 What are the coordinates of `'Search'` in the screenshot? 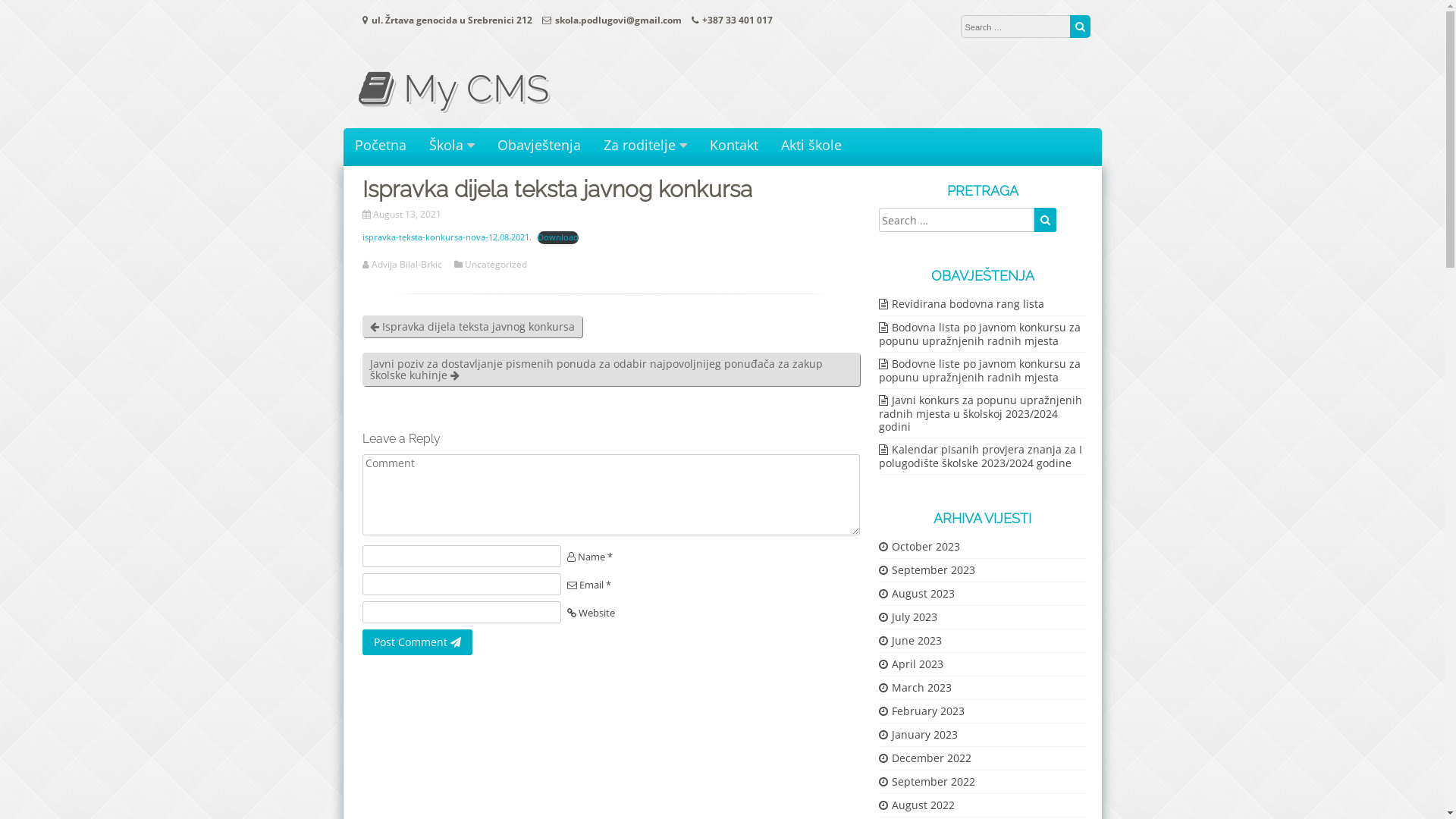 It's located at (1078, 26).